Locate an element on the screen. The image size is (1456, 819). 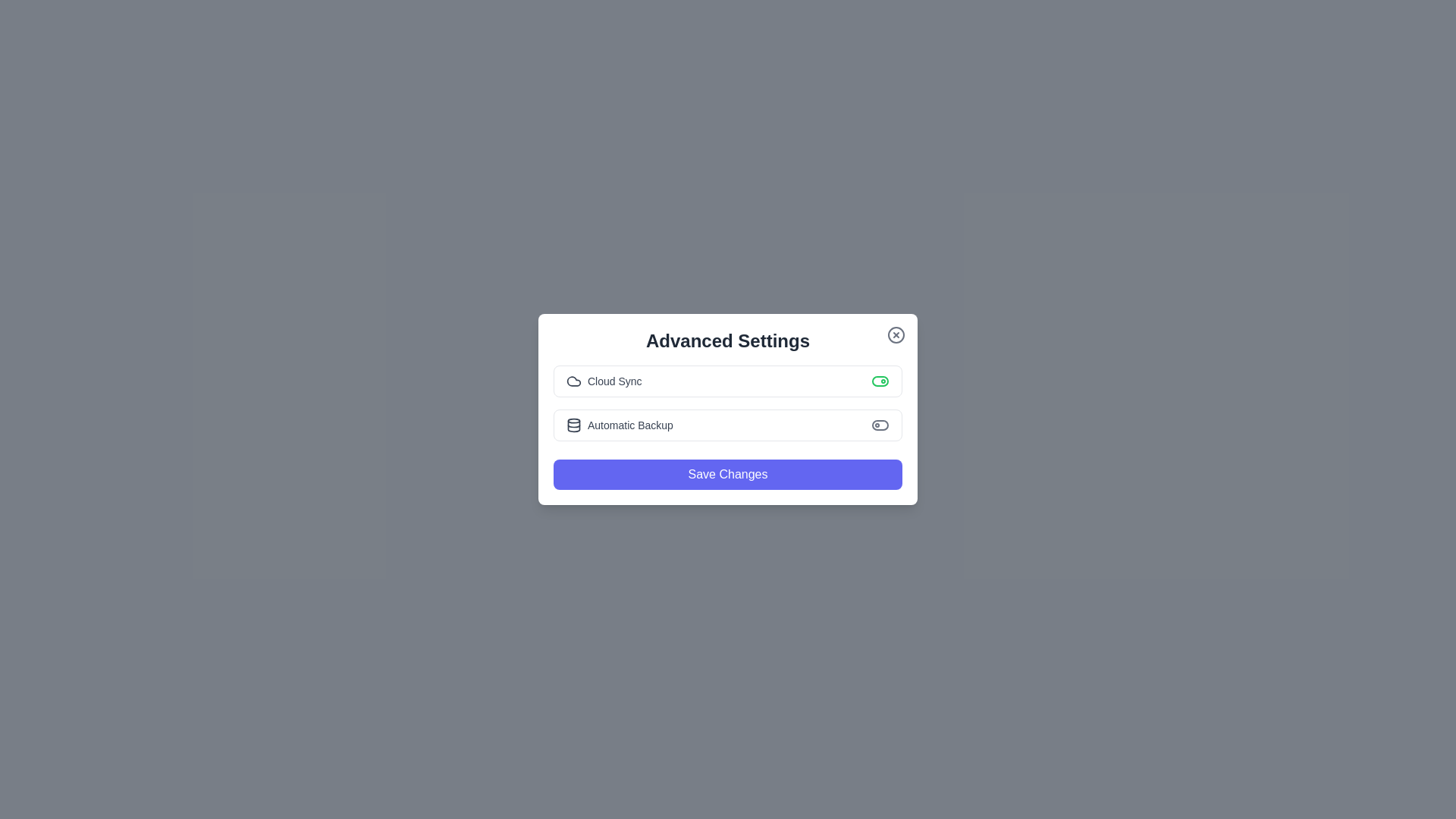
the toggle in the central dialog box to switch on or off the 'Cloud Sync' or 'Automatic Backup' setting is located at coordinates (728, 409).